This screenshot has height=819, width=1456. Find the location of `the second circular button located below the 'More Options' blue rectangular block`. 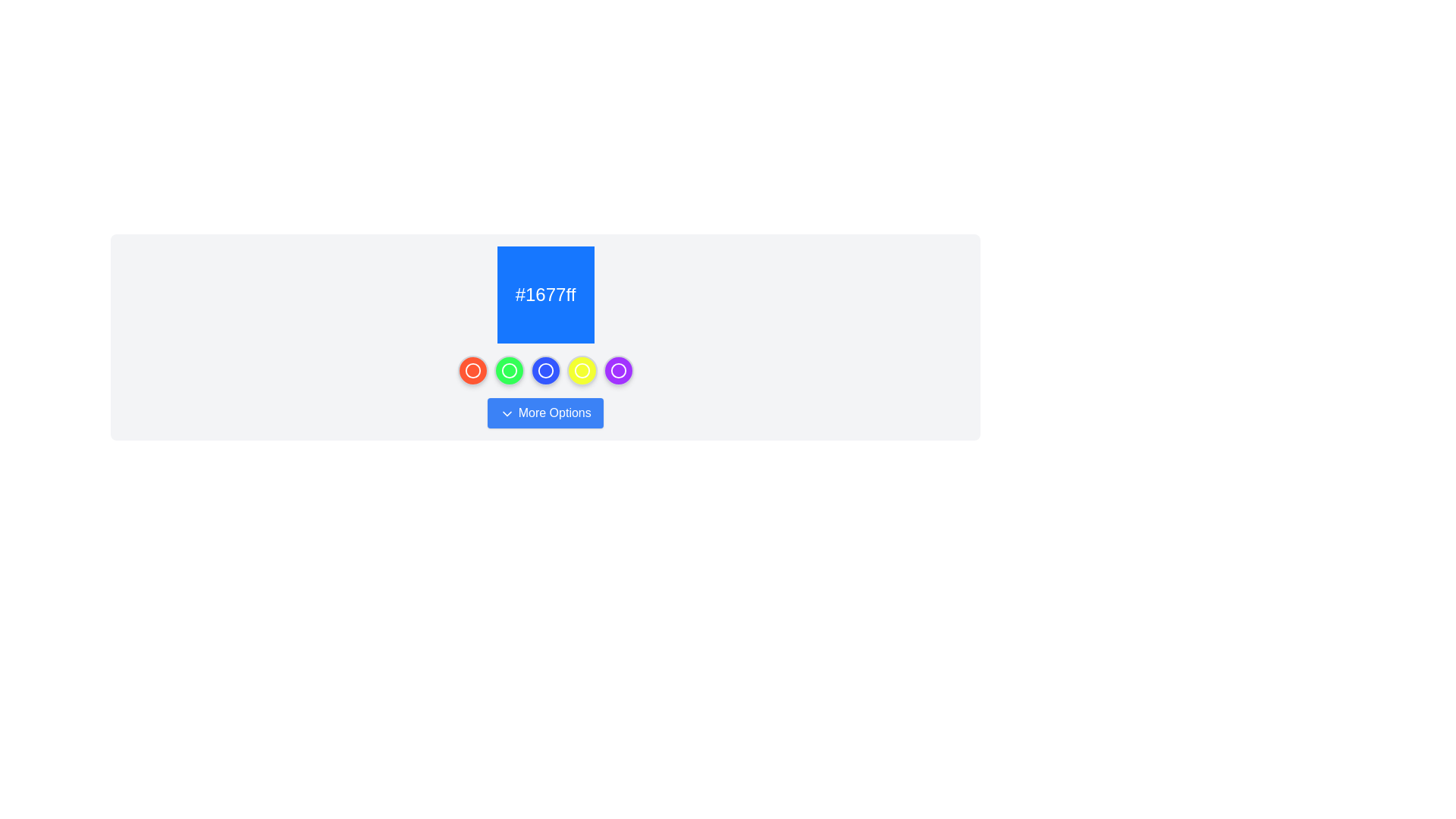

the second circular button located below the 'More Options' blue rectangular block is located at coordinates (509, 371).